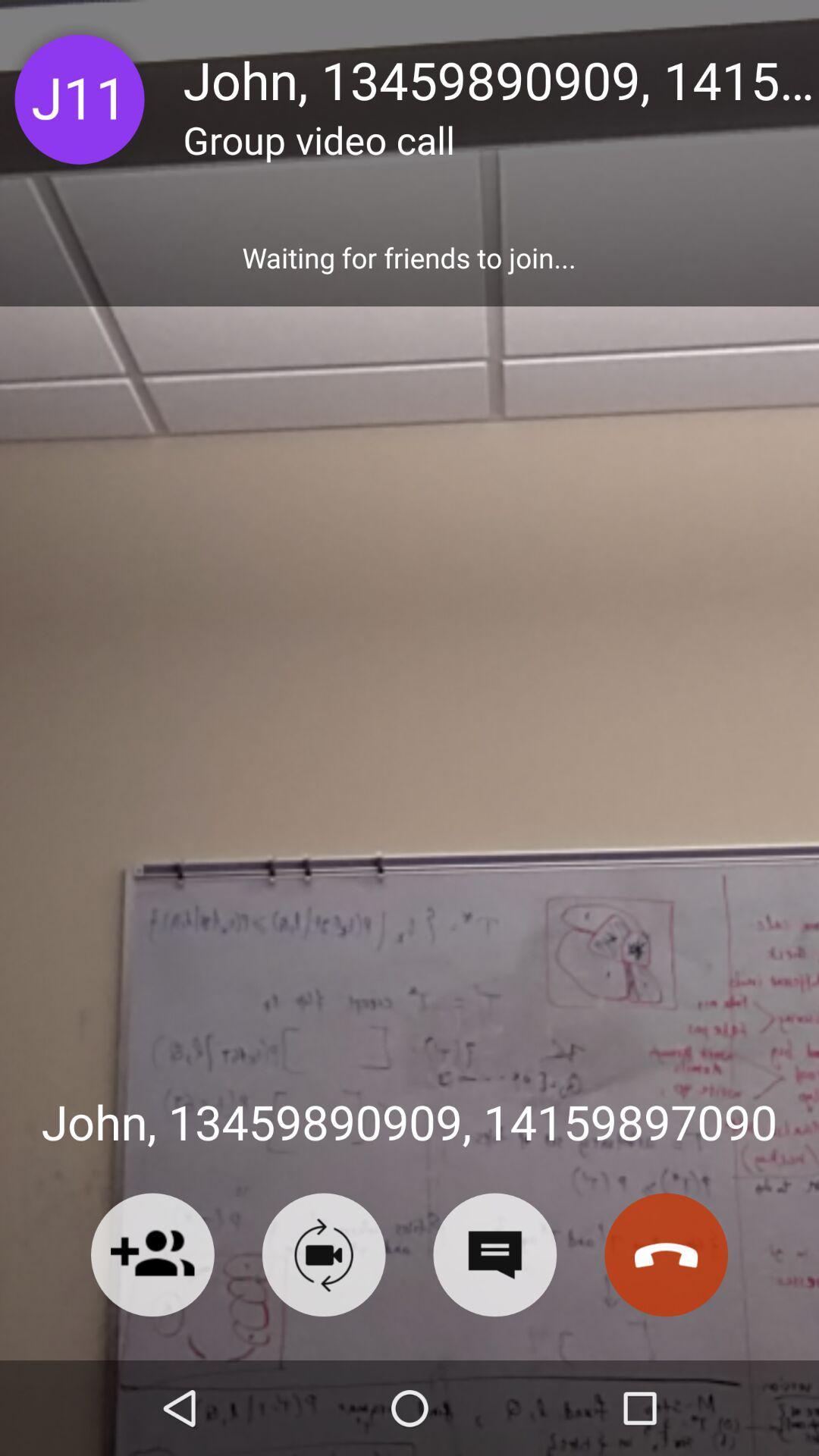  What do you see at coordinates (152, 1254) in the screenshot?
I see `friend` at bounding box center [152, 1254].